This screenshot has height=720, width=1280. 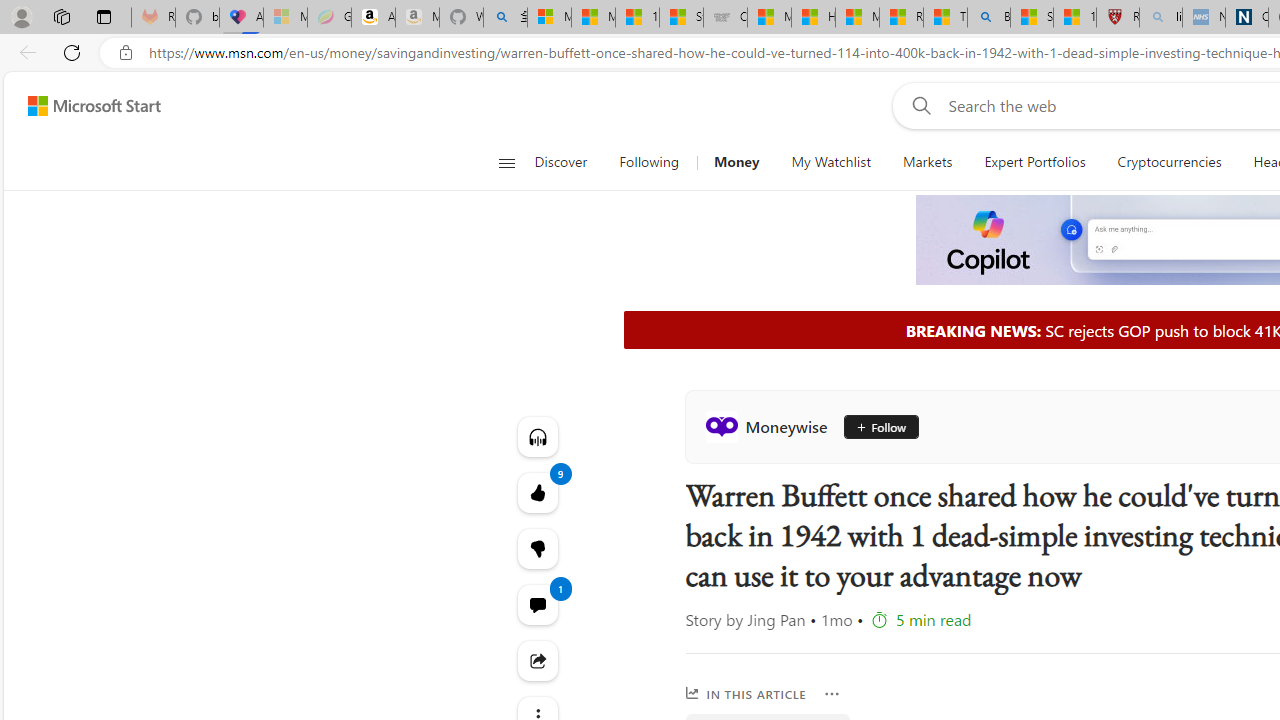 What do you see at coordinates (873, 425) in the screenshot?
I see `'Follow'` at bounding box center [873, 425].